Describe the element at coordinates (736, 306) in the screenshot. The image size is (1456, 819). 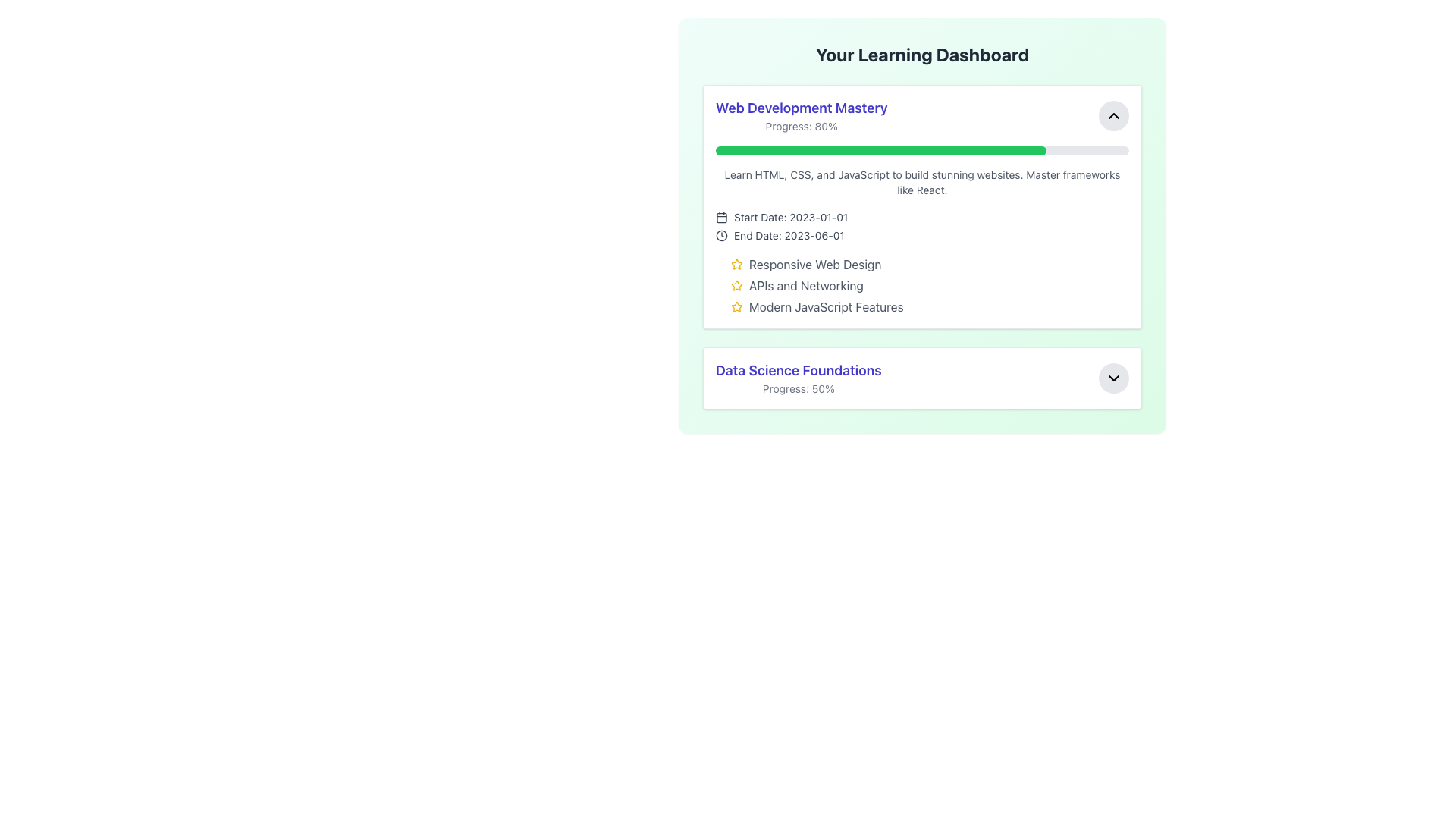
I see `the small yellow star icon with a four-point outline located next to the 'Modern JavaScript Features' text in the 'Web Development Mastery' card` at that location.